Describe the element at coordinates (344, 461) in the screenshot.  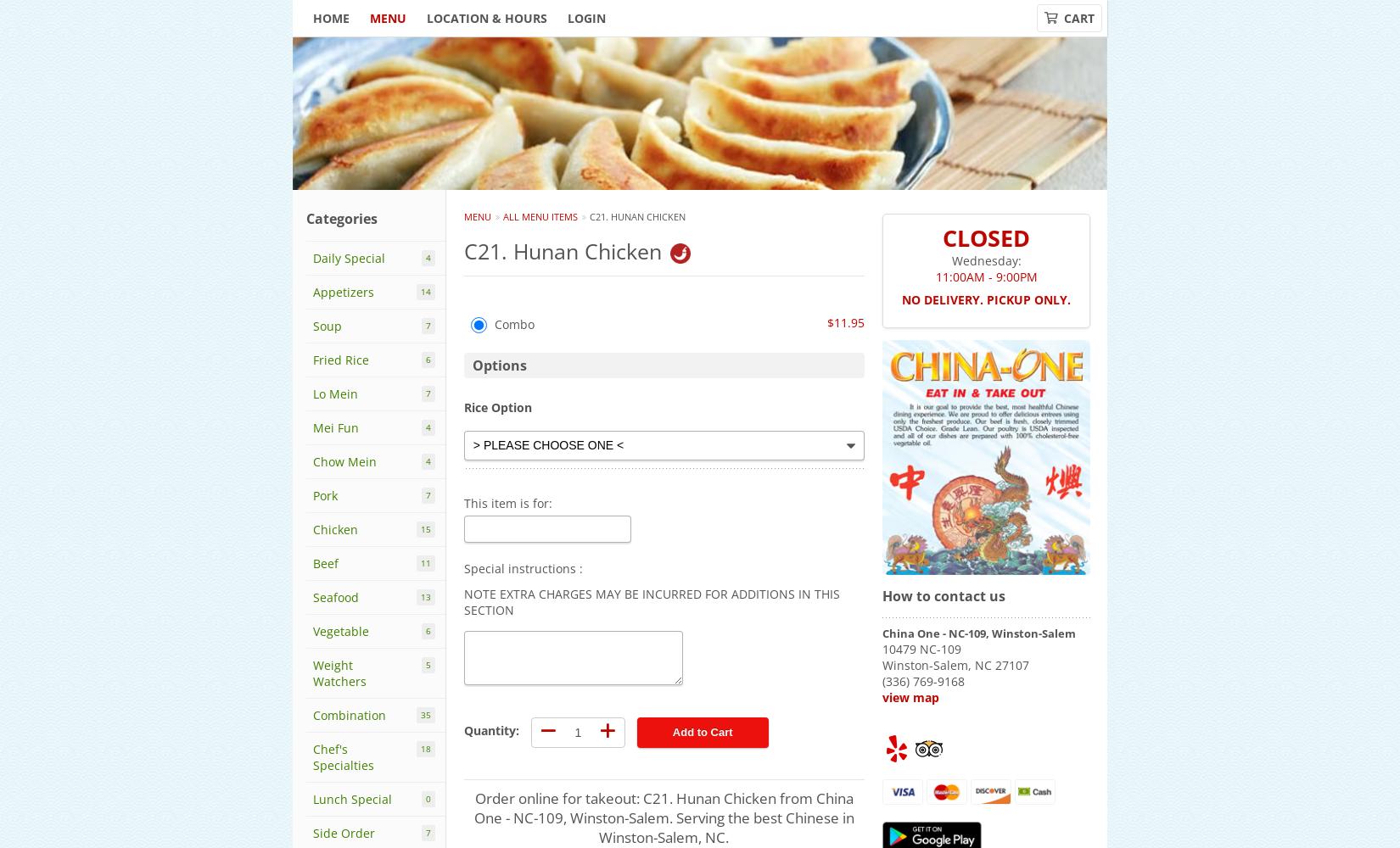
I see `'Chow Mein'` at that location.